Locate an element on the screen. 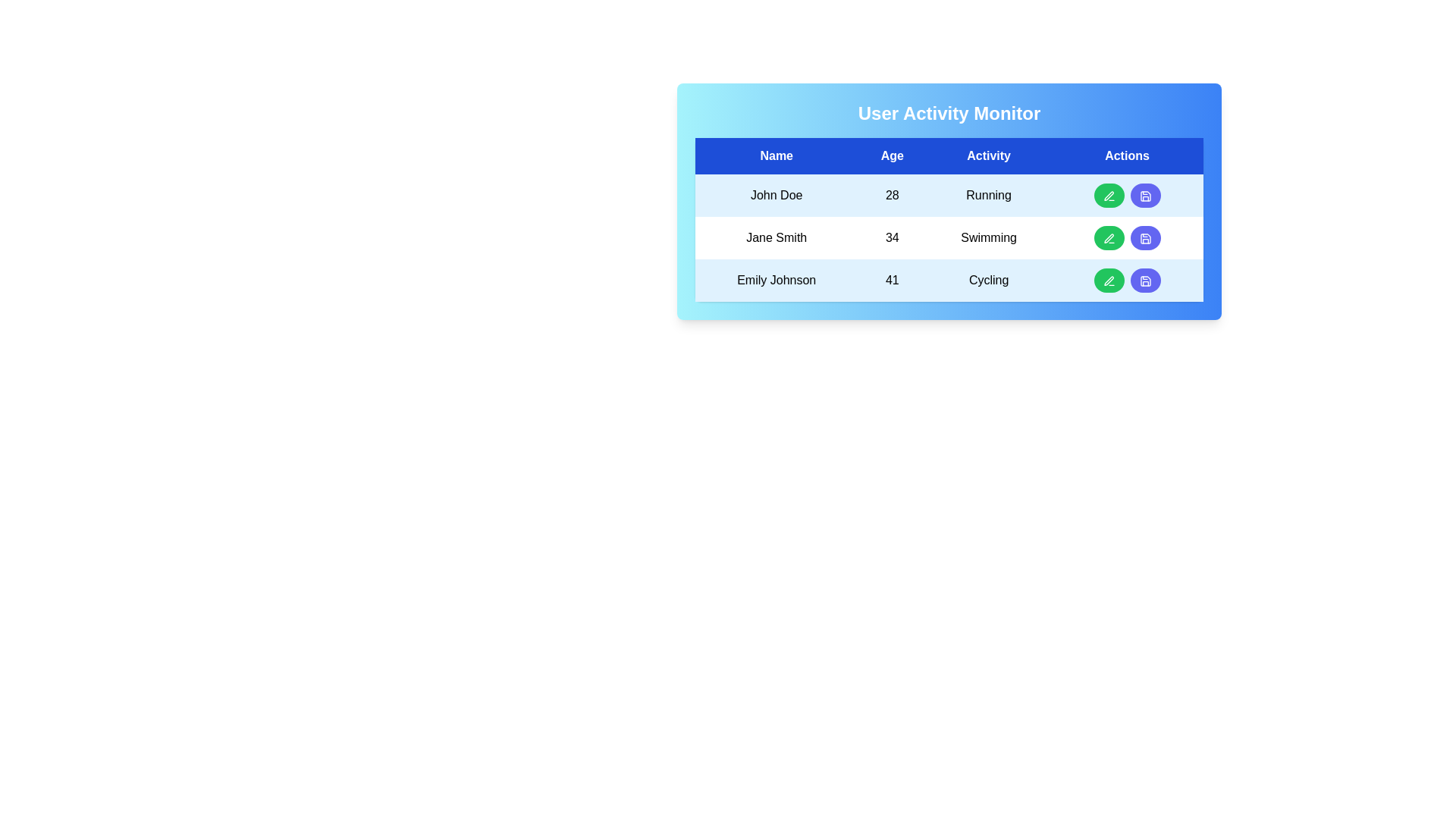  the save button for the John Doe row is located at coordinates (1145, 195).